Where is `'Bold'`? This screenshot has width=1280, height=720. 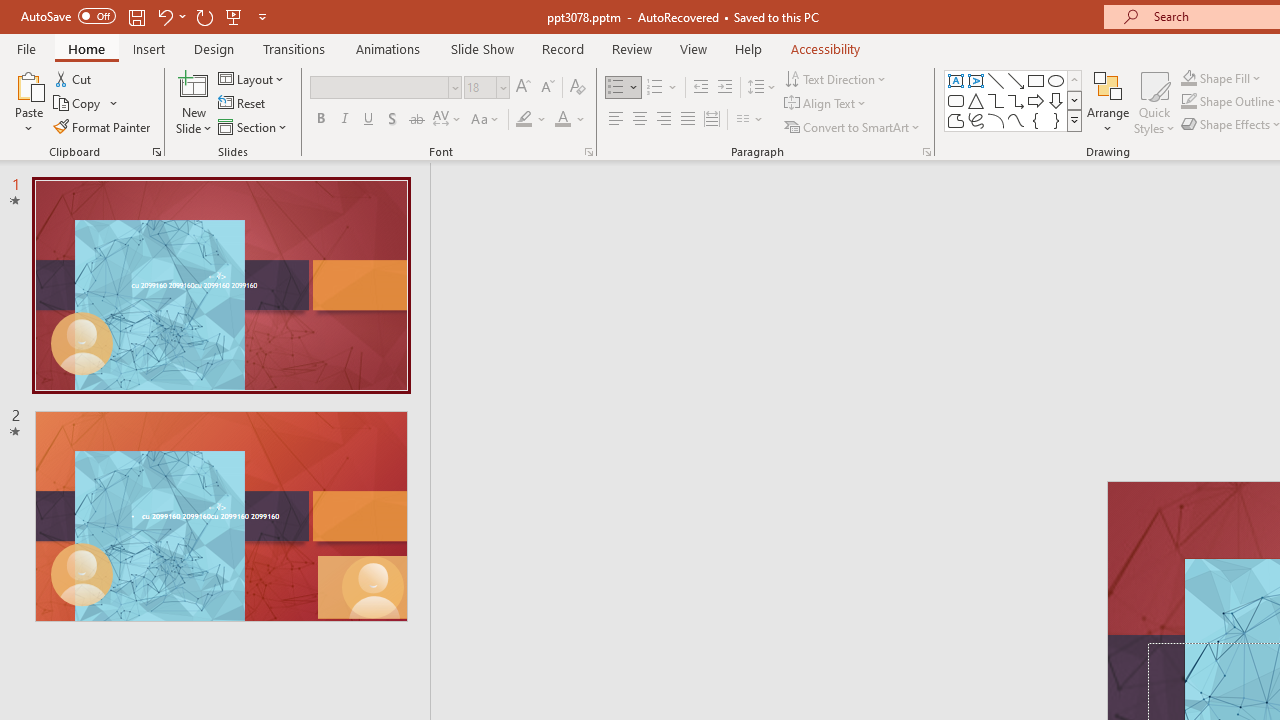 'Bold' is located at coordinates (320, 119).